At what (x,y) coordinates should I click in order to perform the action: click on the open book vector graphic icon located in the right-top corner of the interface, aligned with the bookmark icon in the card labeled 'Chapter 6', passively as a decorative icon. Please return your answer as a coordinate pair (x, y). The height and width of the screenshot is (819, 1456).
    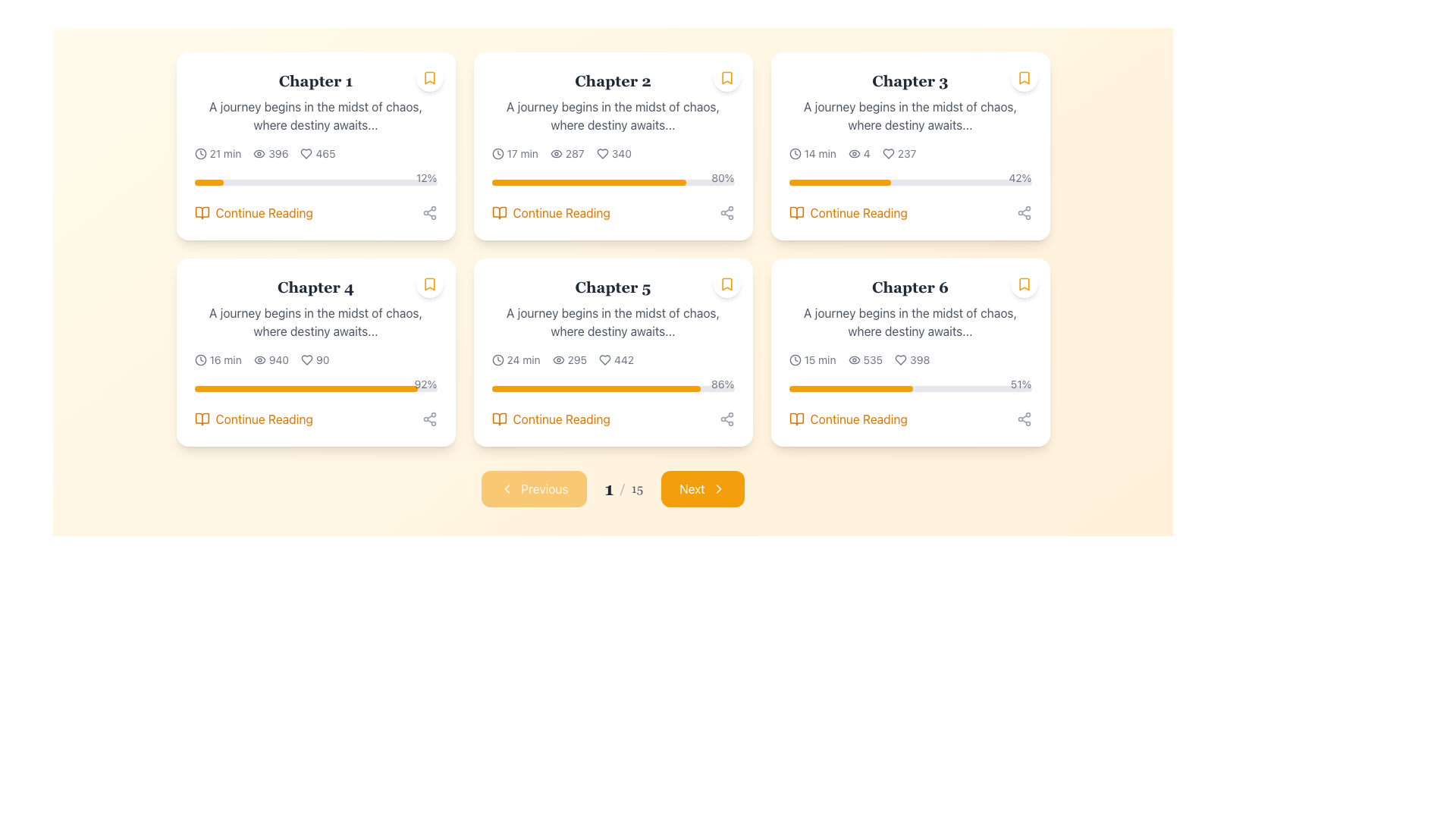
    Looking at the image, I should click on (795, 419).